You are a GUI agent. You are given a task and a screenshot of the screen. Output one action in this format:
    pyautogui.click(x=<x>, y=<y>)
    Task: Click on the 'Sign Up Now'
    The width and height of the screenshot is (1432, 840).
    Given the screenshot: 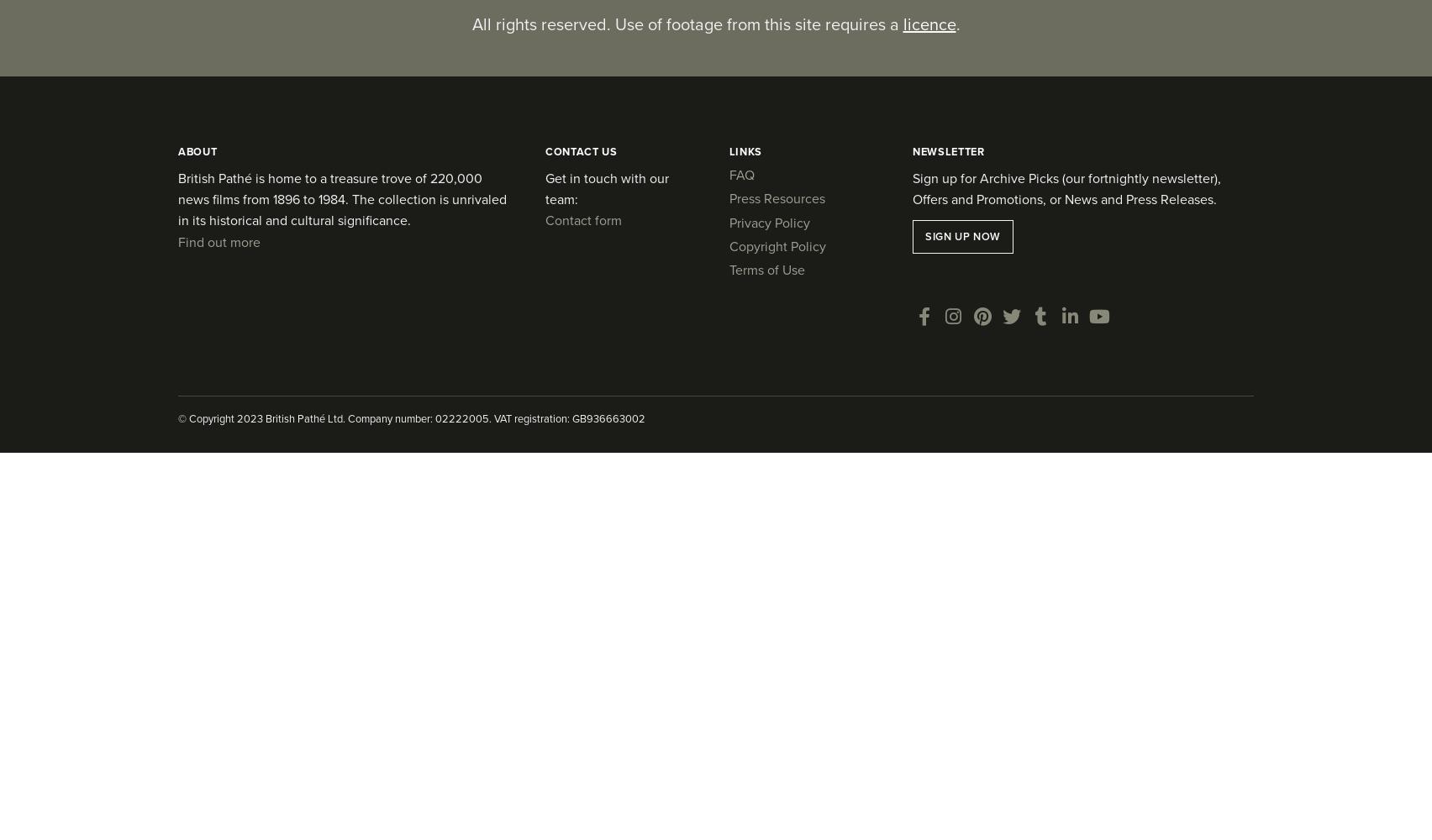 What is the action you would take?
    pyautogui.click(x=924, y=236)
    